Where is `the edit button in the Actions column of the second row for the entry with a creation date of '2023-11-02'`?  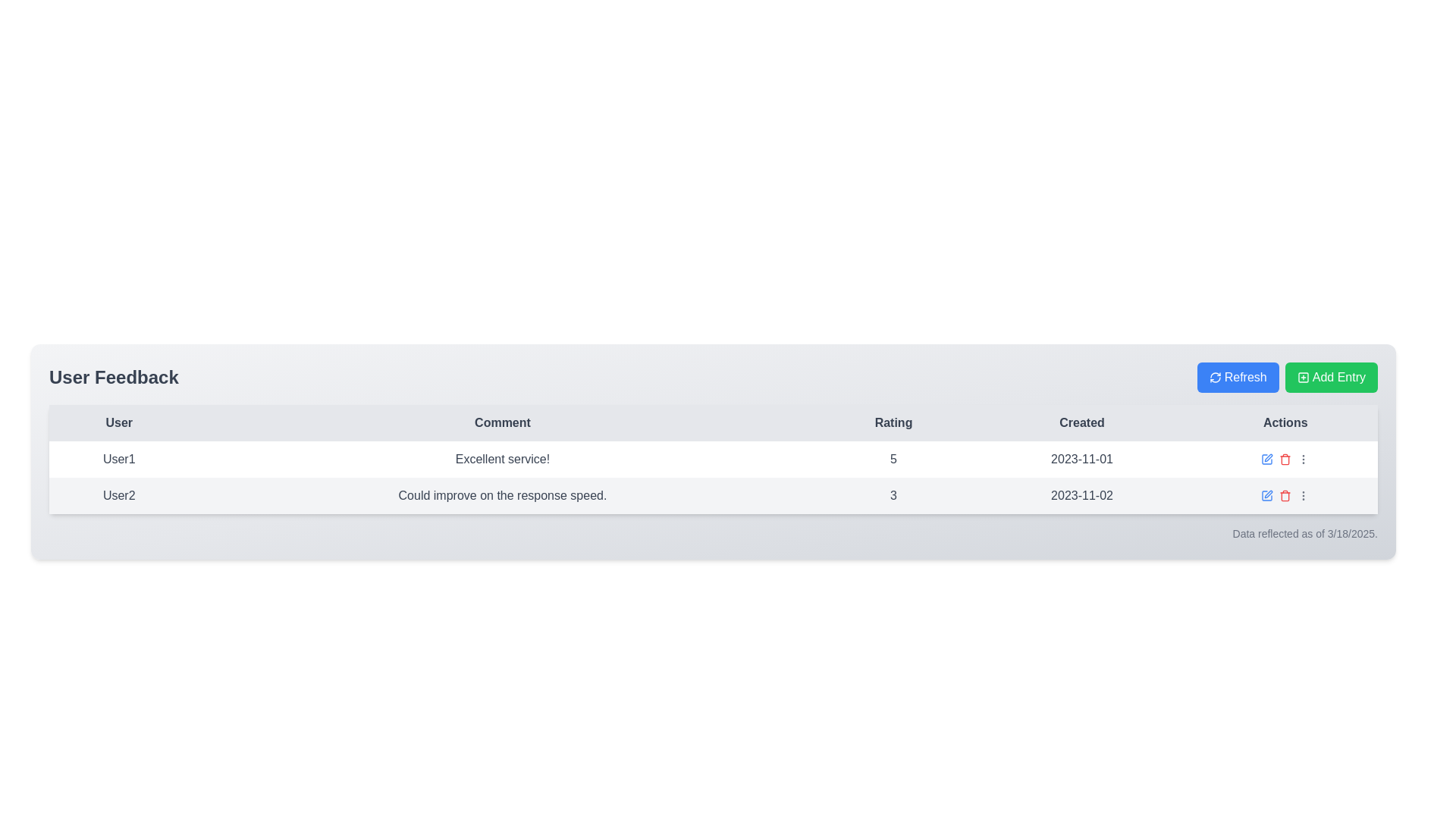 the edit button in the Actions column of the second row for the entry with a creation date of '2023-11-02' is located at coordinates (1269, 457).